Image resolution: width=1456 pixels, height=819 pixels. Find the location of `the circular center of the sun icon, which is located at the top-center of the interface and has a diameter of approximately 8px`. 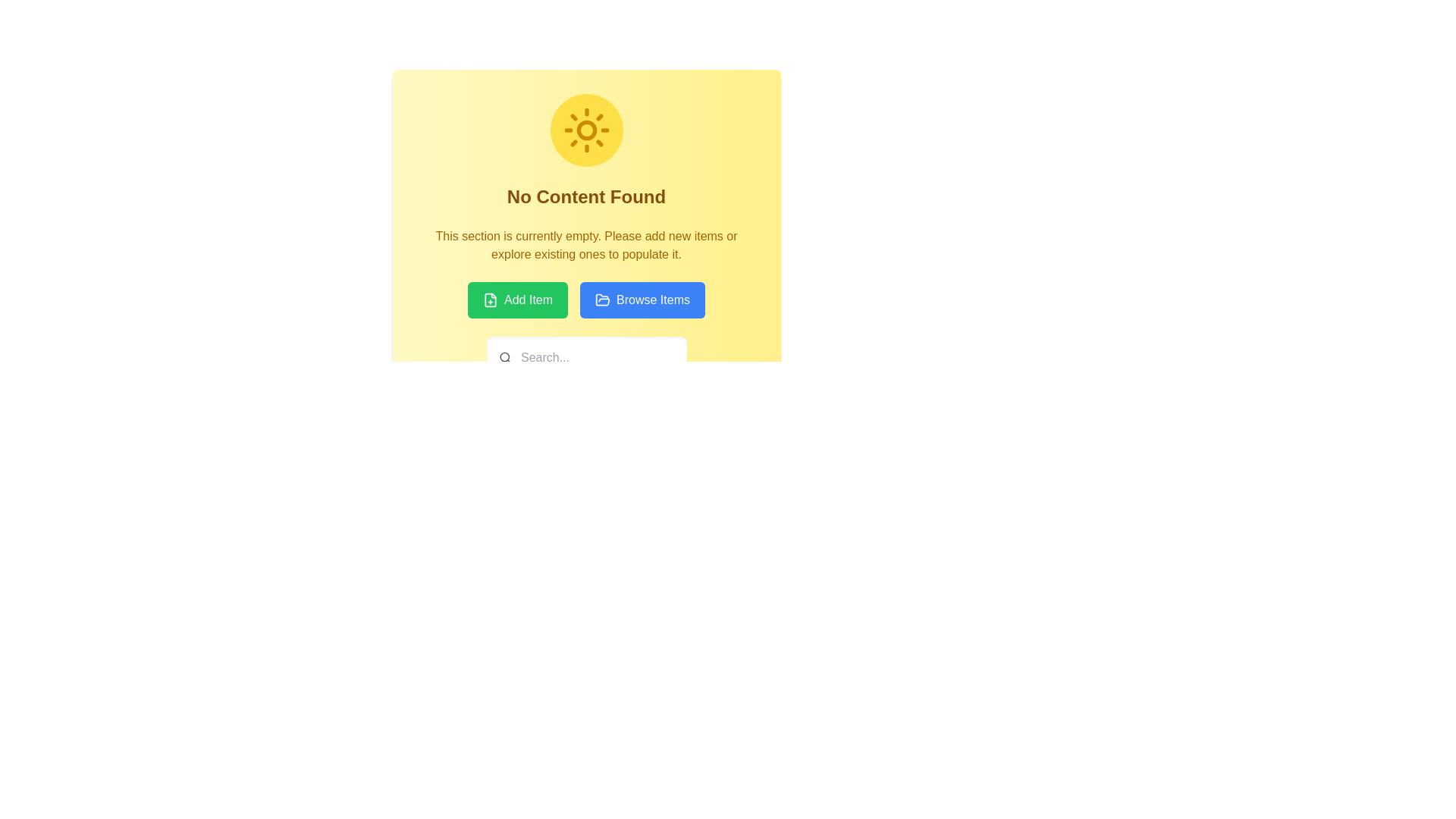

the circular center of the sun icon, which is located at the top-center of the interface and has a diameter of approximately 8px is located at coordinates (585, 130).